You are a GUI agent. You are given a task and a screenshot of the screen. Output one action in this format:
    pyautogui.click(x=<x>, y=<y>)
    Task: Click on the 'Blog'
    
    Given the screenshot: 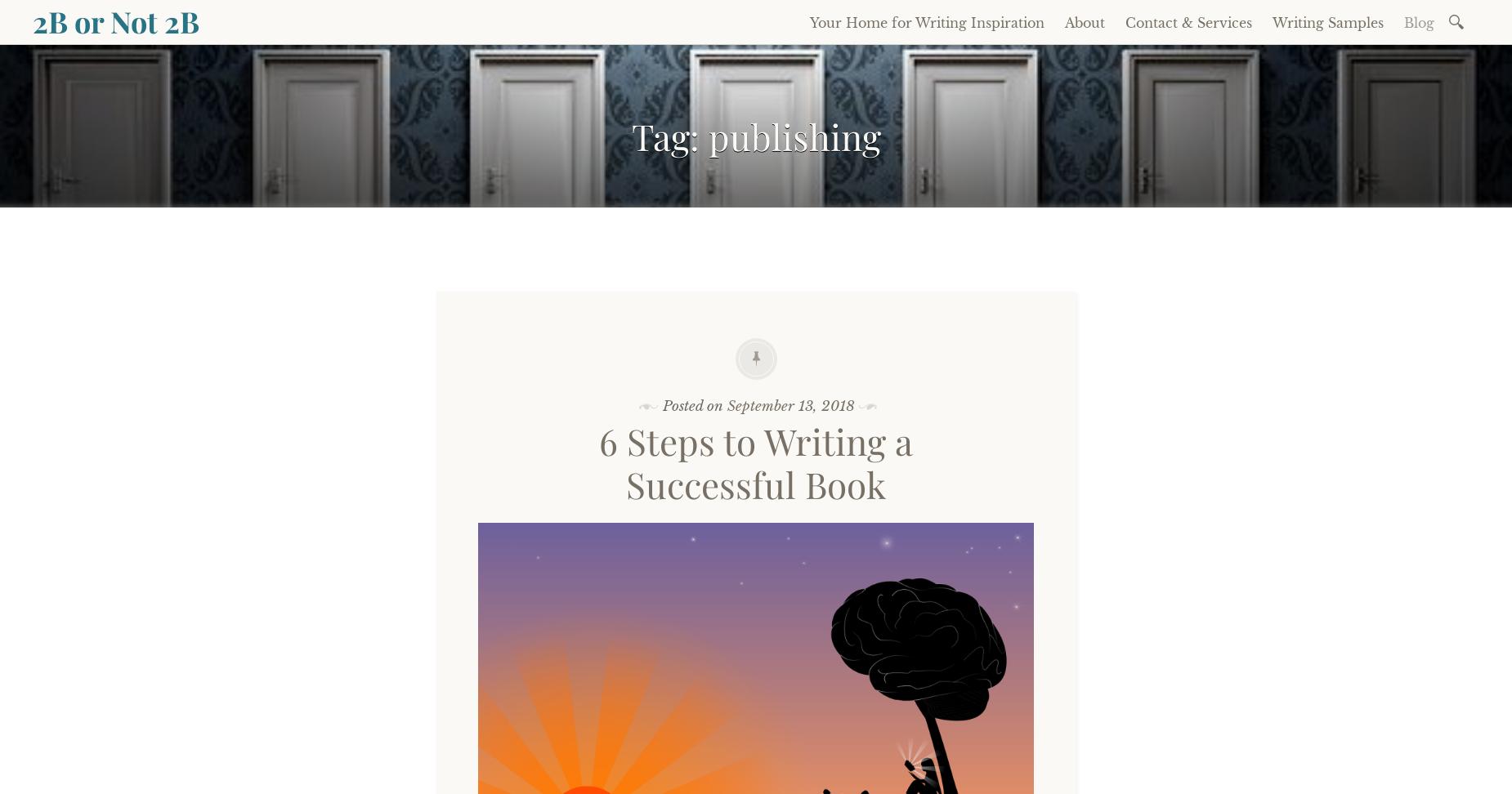 What is the action you would take?
    pyautogui.click(x=1419, y=22)
    